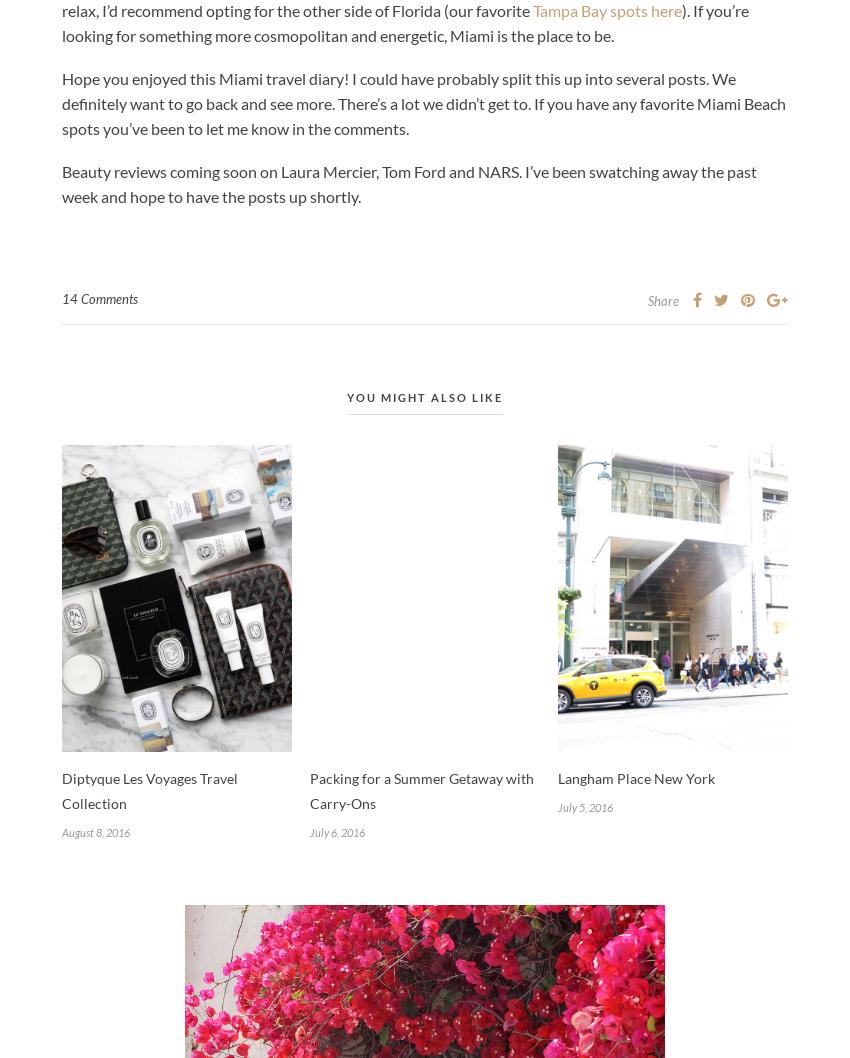 Image resolution: width=850 pixels, height=1058 pixels. Describe the element at coordinates (94, 830) in the screenshot. I see `'August 8, 2016'` at that location.